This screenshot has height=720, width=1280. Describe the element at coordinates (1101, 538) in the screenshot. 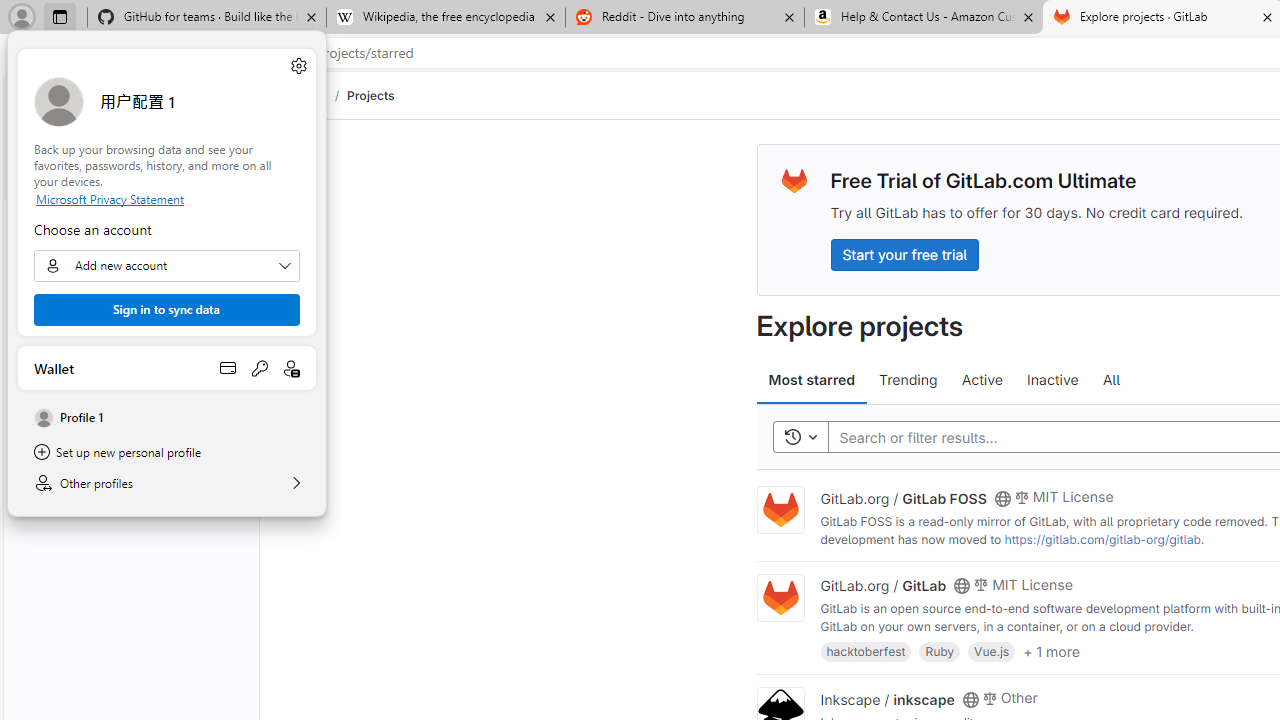

I see `'https://gitlab.com/gitlab-org/gitlab'` at that location.